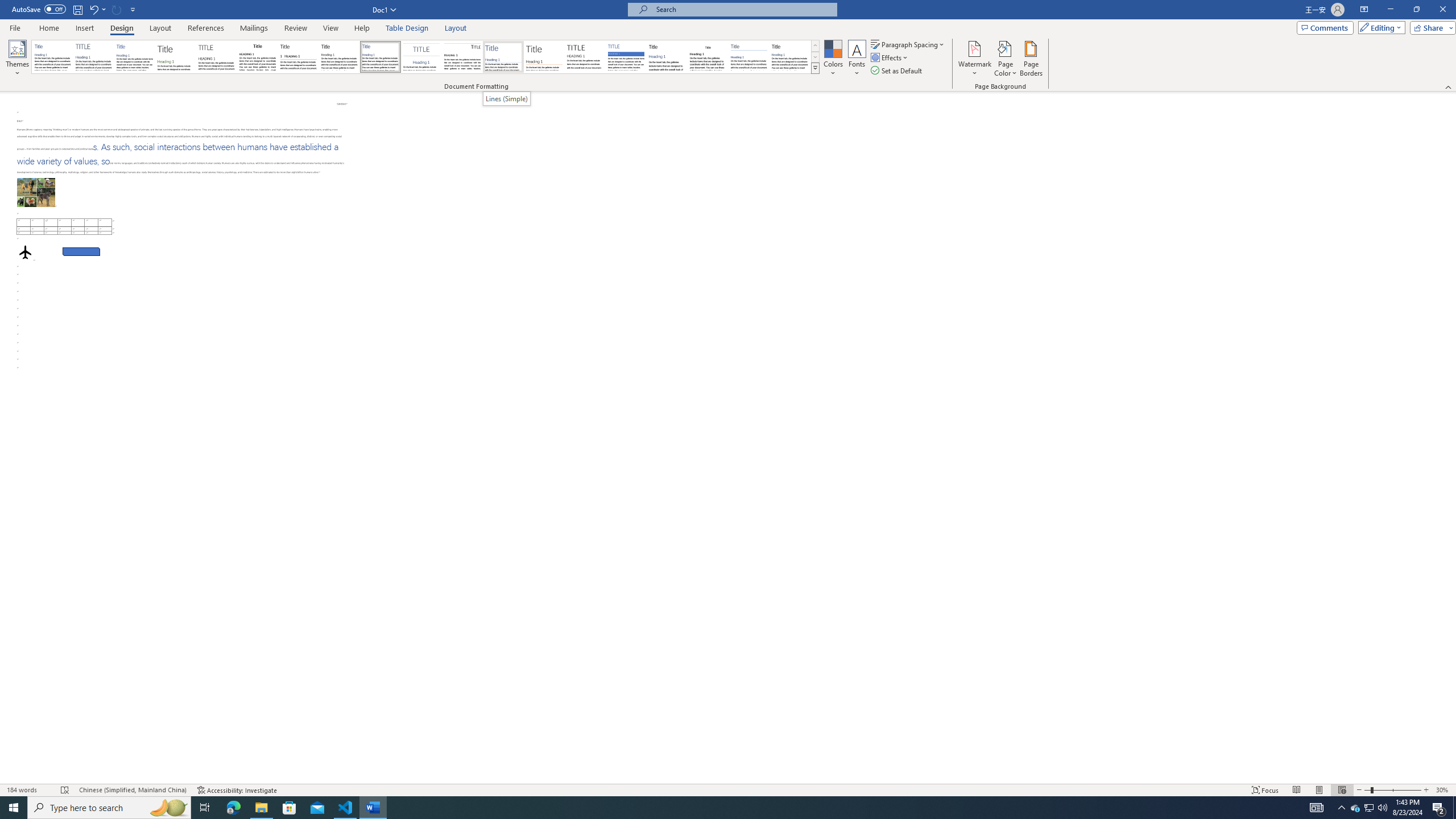  What do you see at coordinates (16, 59) in the screenshot?
I see `'Themes'` at bounding box center [16, 59].